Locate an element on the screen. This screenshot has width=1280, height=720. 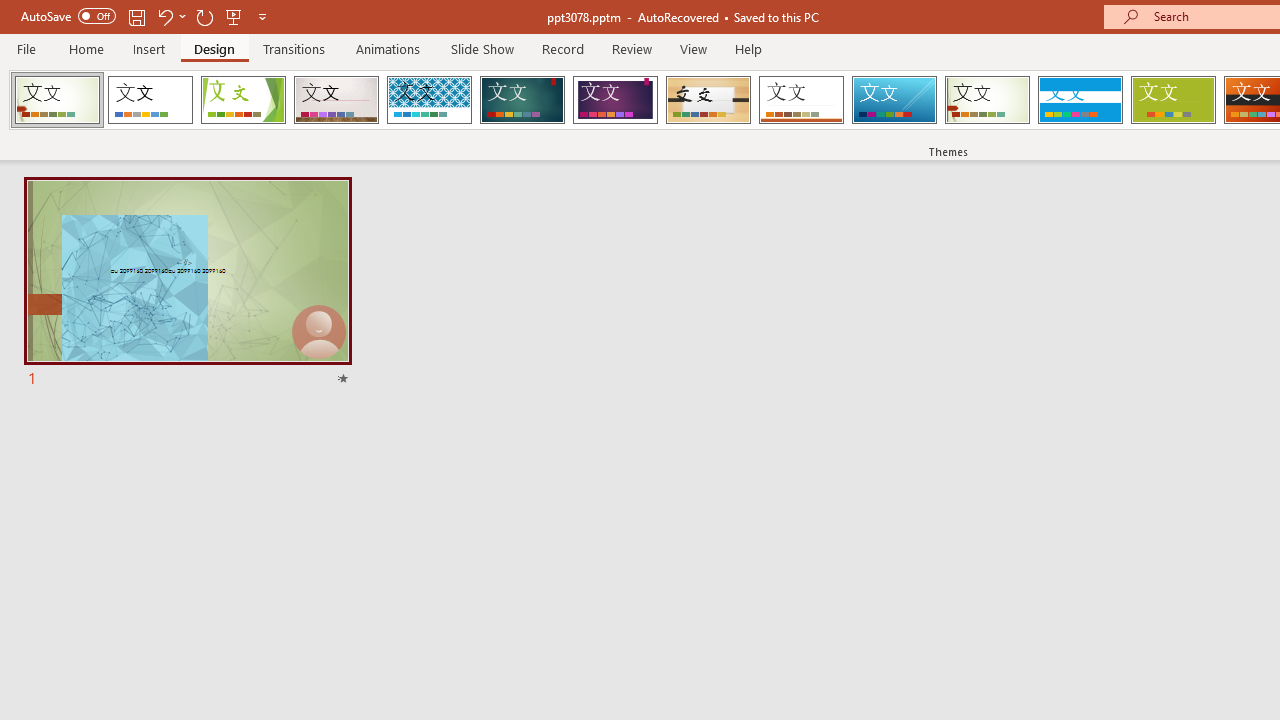
'Slice' is located at coordinates (893, 100).